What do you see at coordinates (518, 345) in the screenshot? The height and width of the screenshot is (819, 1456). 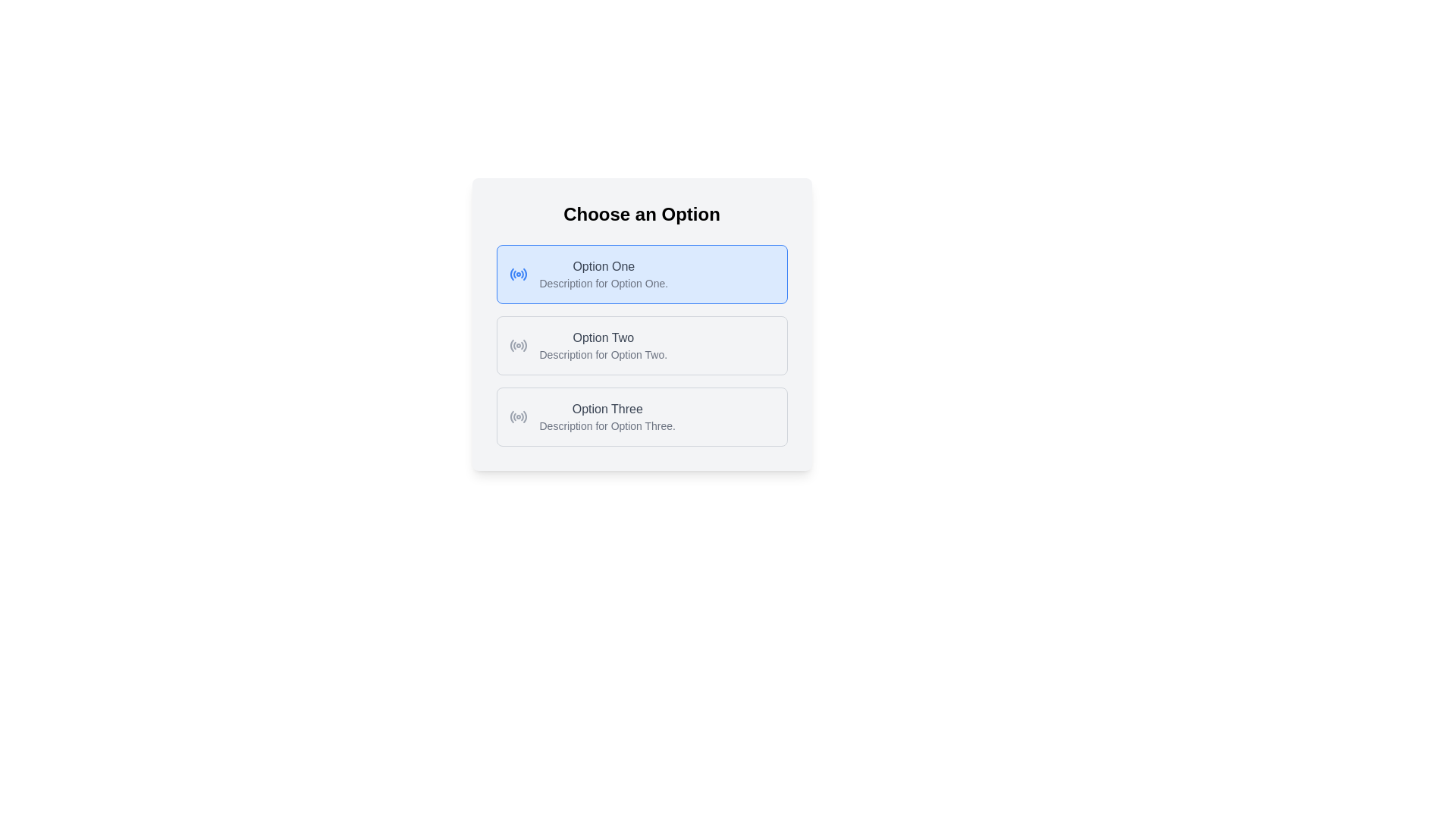 I see `the radio button styled with a gray circle and central dot, located to the left of the text 'Option Two' for focus effect` at bounding box center [518, 345].